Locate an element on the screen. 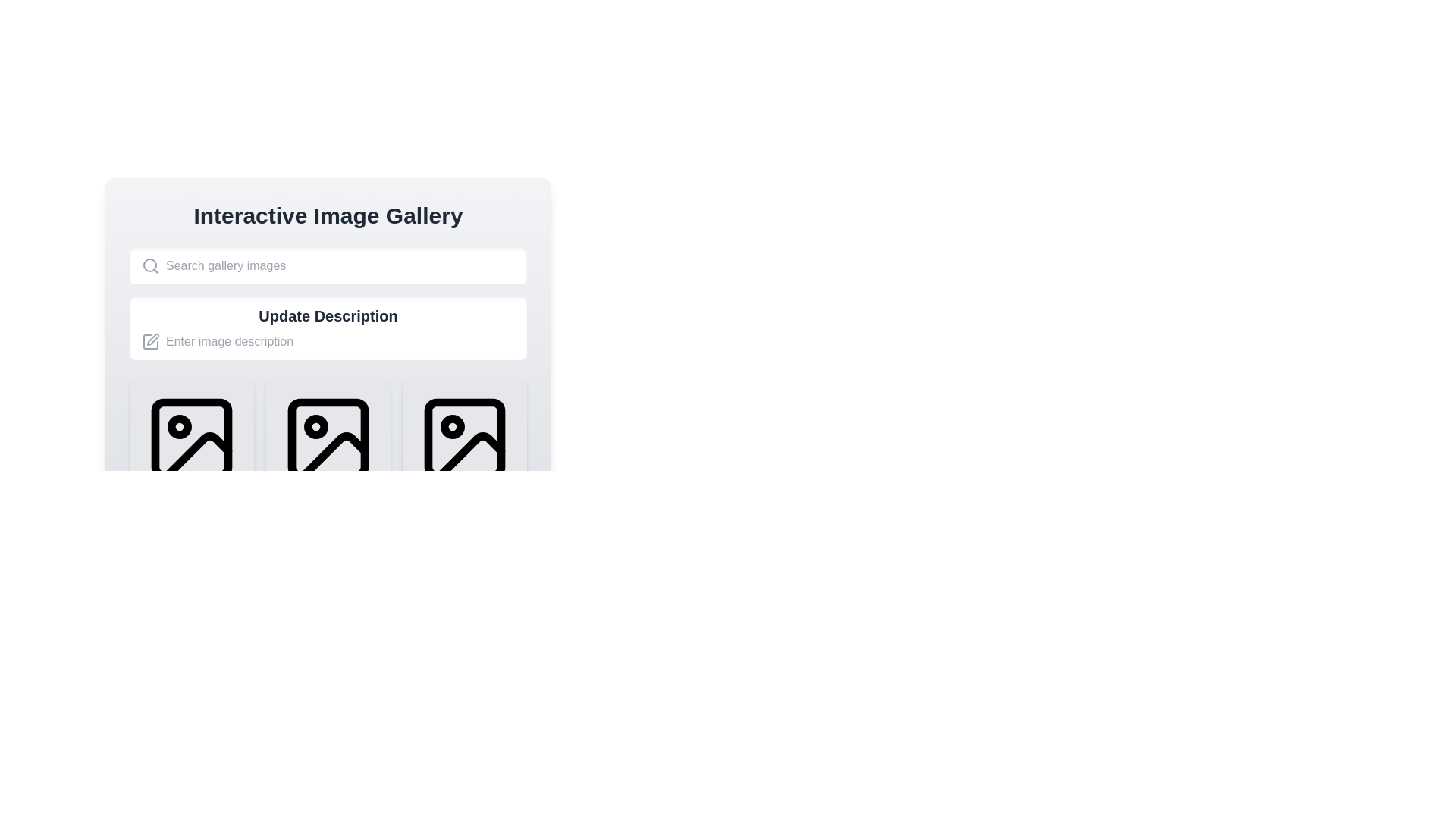 The height and width of the screenshot is (819, 1456). the small rectangle with rounded corners located in the top-left segment of the photo icon below 'Interactive Image Gallery' is located at coordinates (191, 438).